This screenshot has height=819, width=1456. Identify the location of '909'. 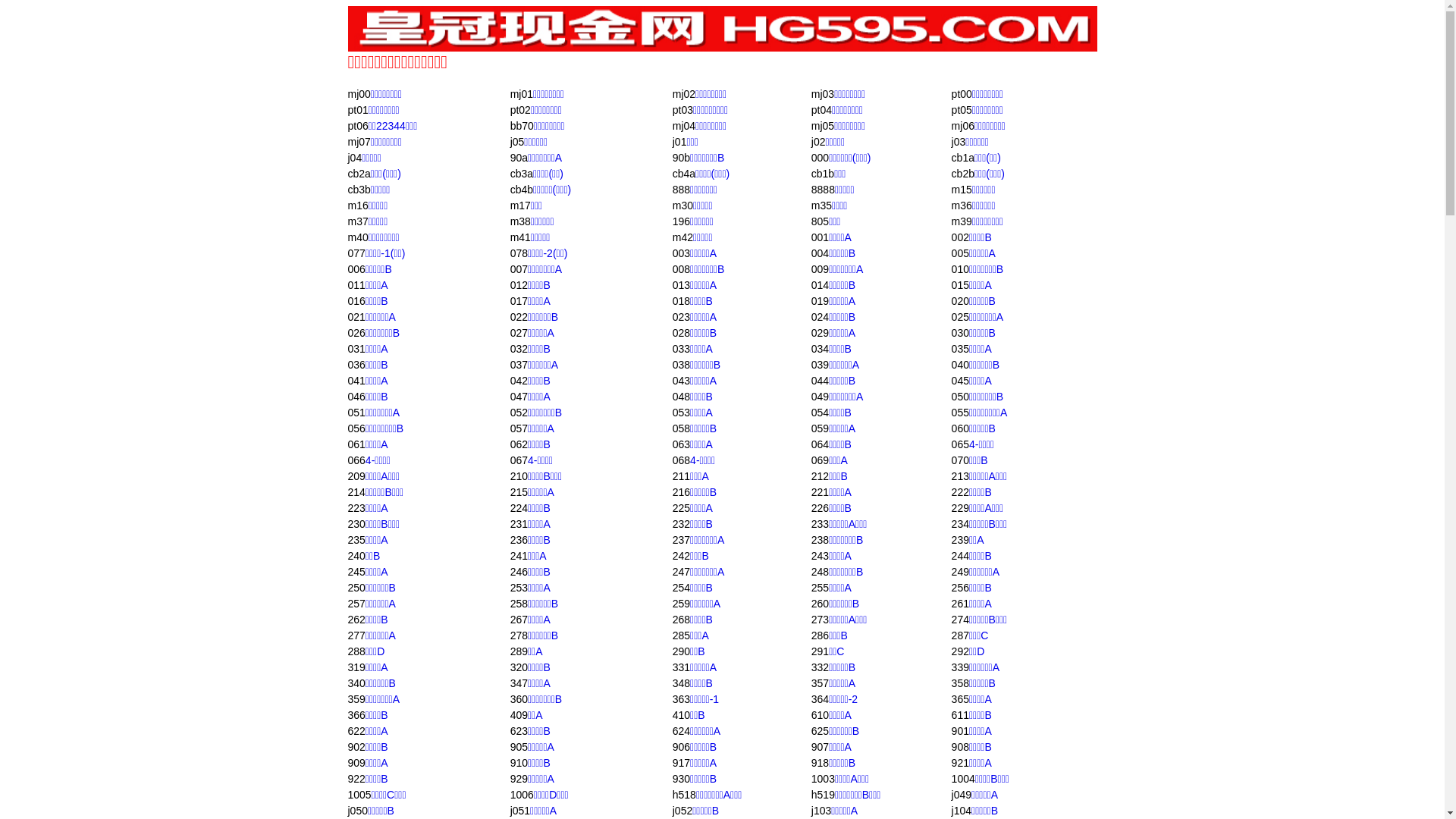
(355, 763).